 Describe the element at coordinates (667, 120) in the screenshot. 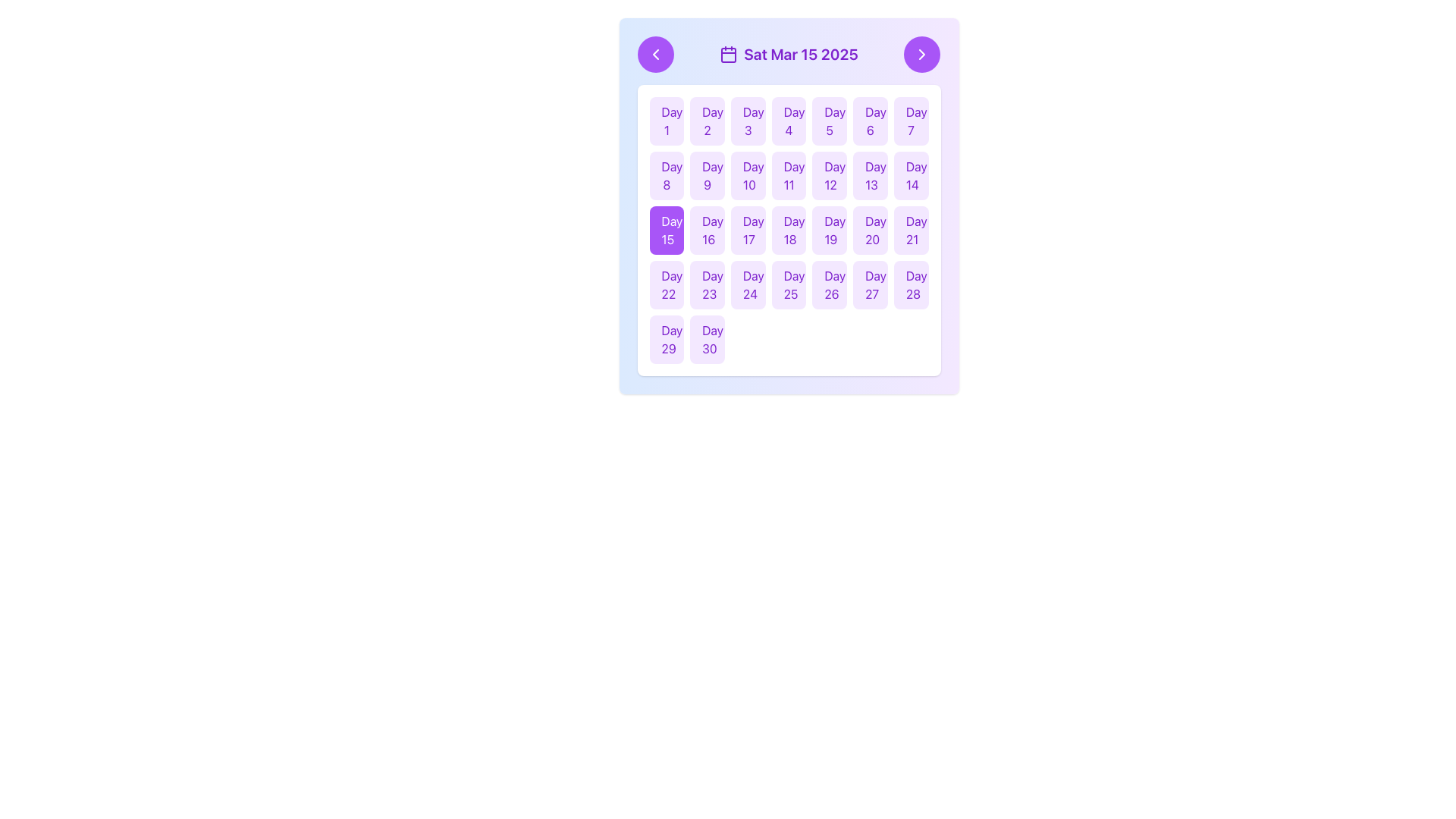

I see `the first day button in the calendar month, which is positioned at the top-left corner of the grid layout` at that location.